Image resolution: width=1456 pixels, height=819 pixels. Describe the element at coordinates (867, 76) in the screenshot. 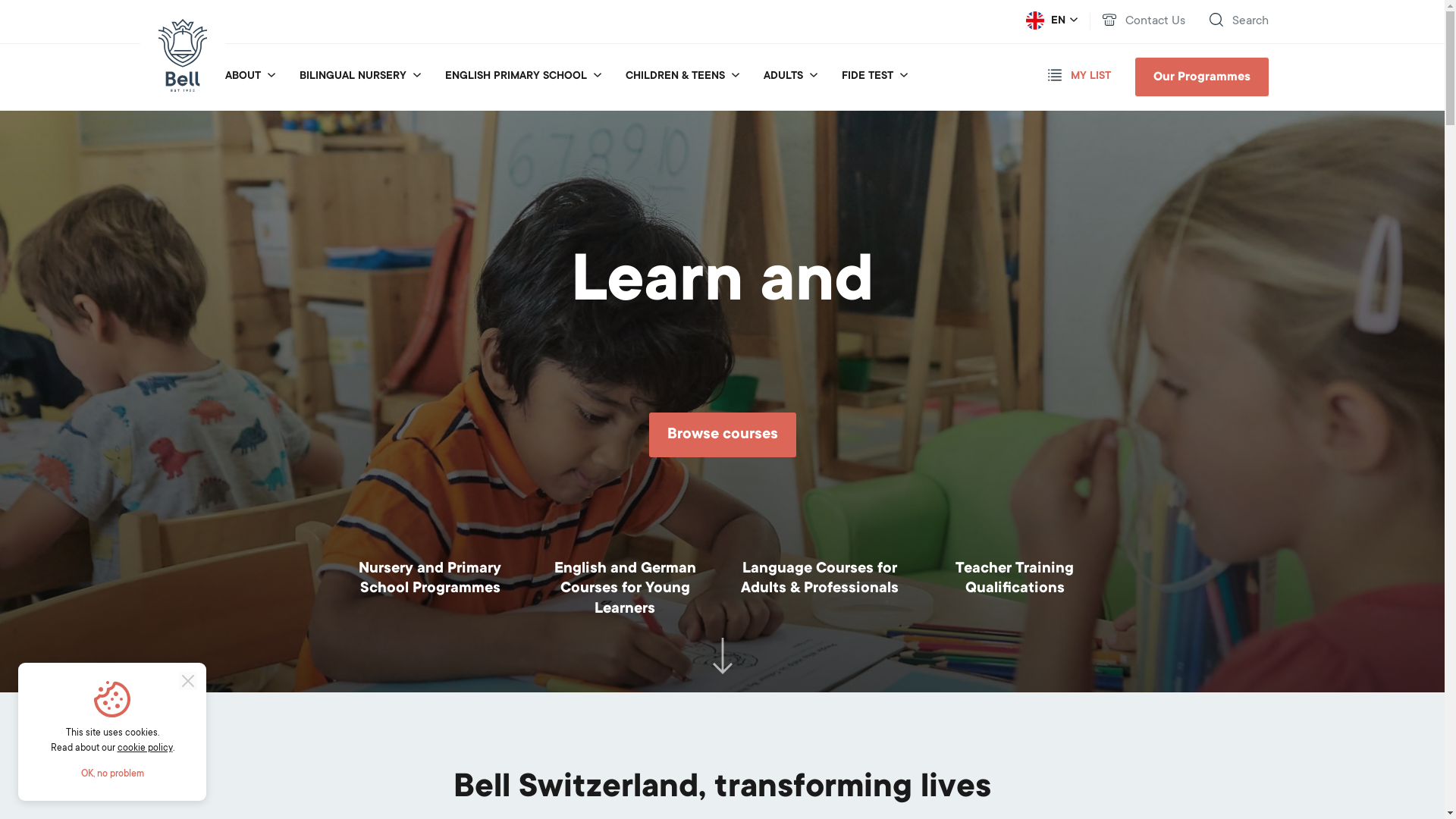

I see `'FIDE TEST'` at that location.